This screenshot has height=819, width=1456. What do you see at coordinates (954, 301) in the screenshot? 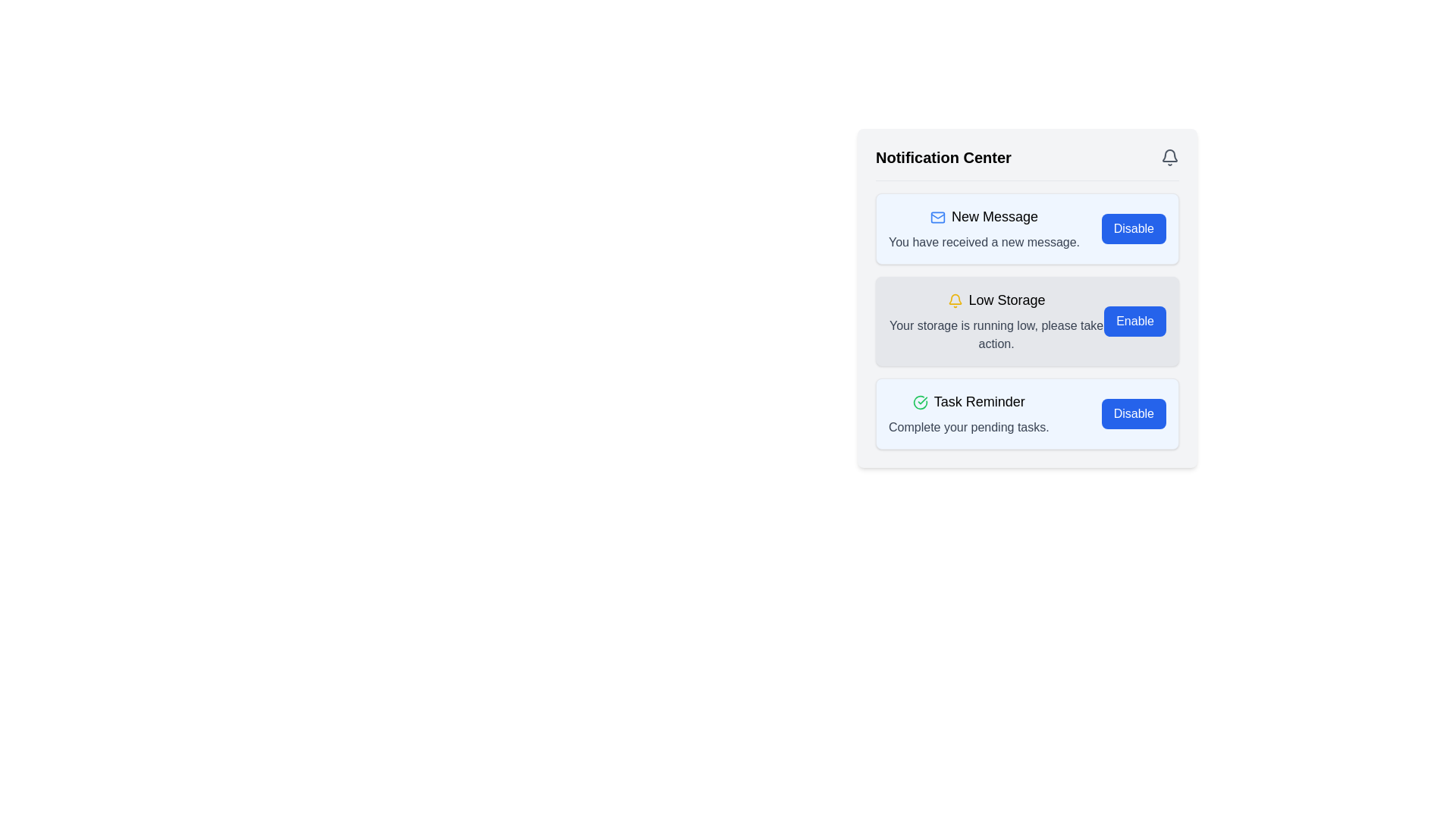
I see `the yellow bell icon in the 'Low Storage' notification card, which is the second notification in the list, positioned to the left of the main text` at bounding box center [954, 301].